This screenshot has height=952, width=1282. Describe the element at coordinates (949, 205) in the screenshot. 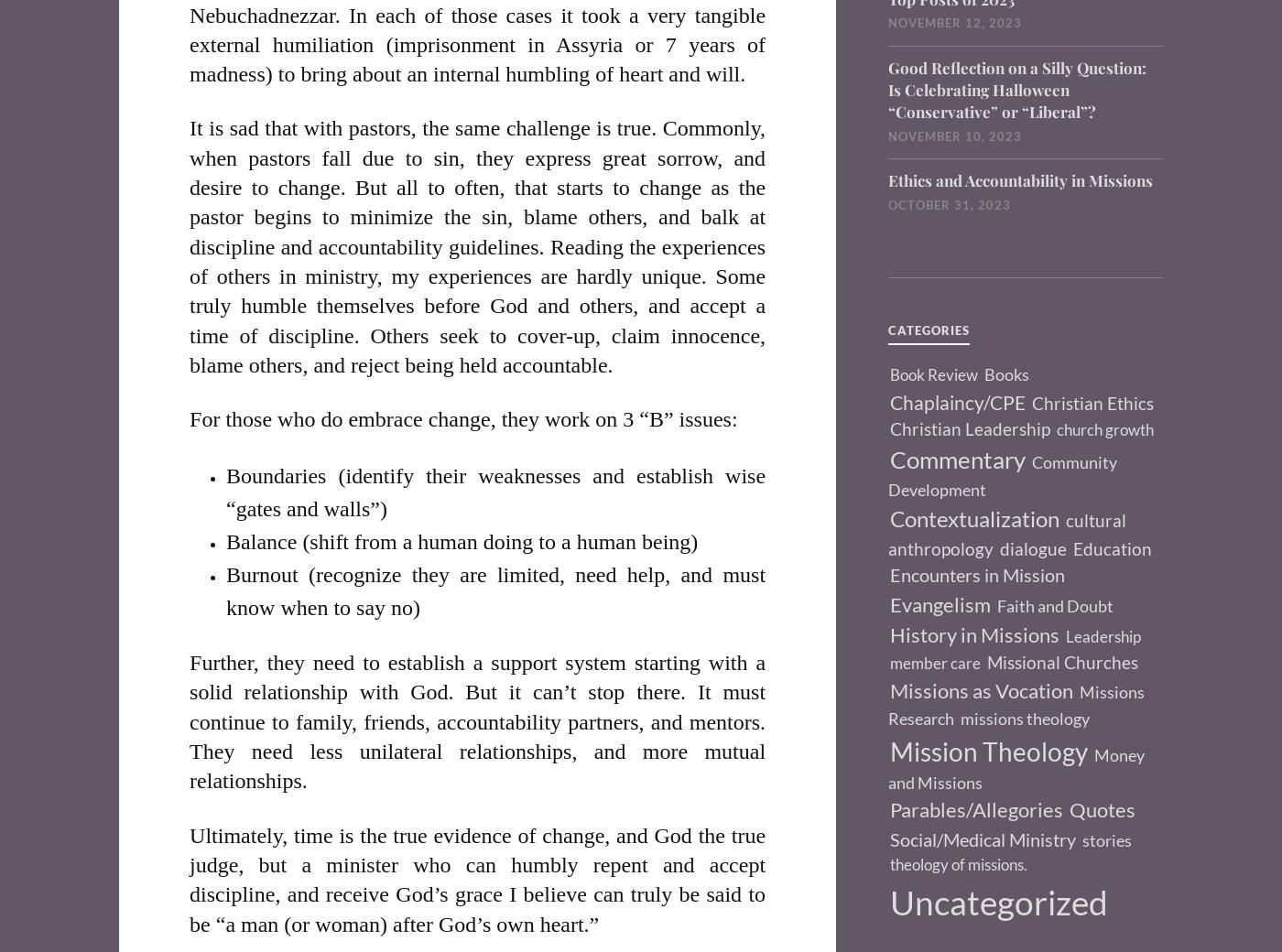

I see `'October 31, 2023'` at that location.